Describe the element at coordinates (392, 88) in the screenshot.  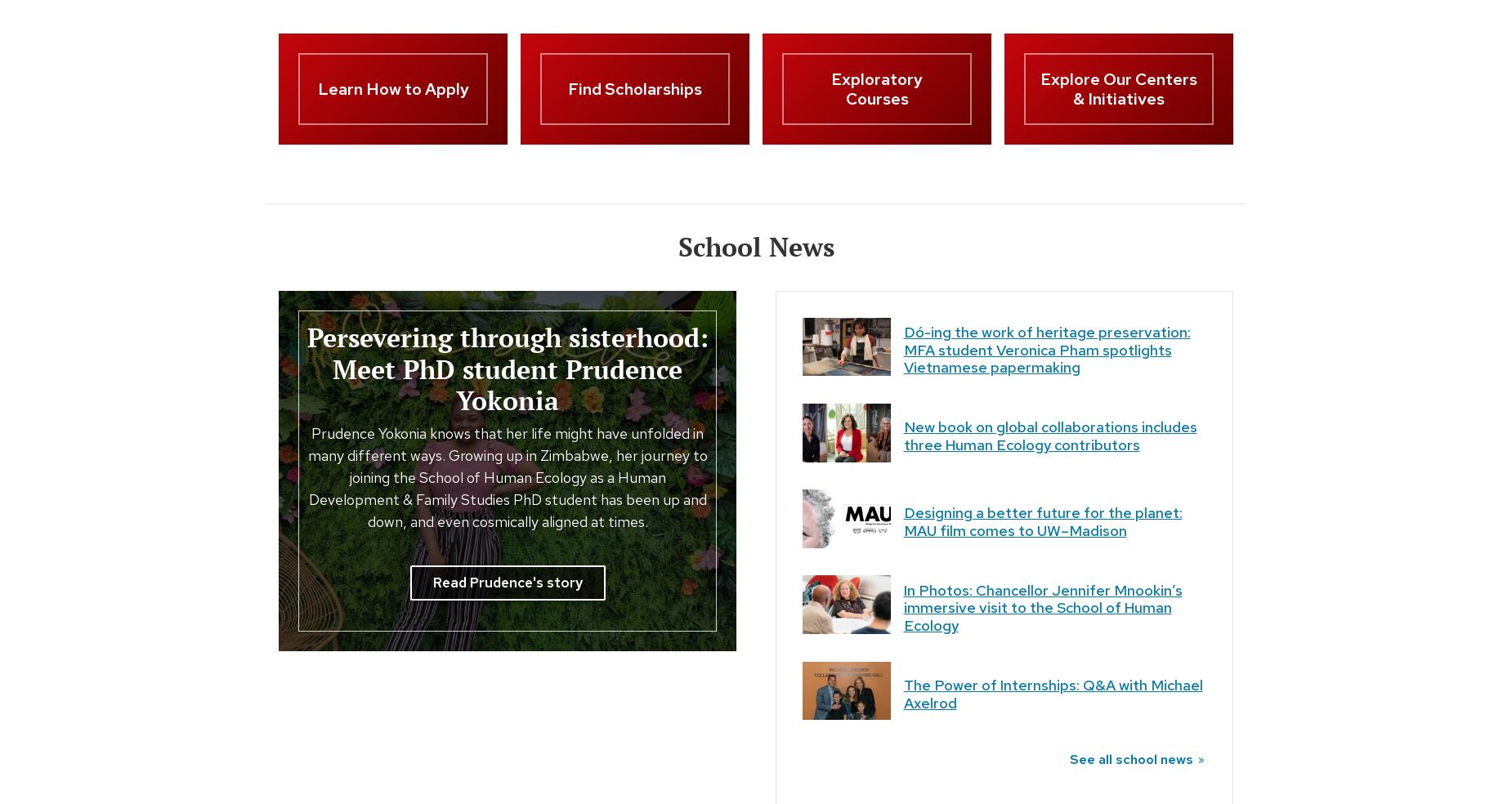
I see `'Learn How to Apply'` at that location.